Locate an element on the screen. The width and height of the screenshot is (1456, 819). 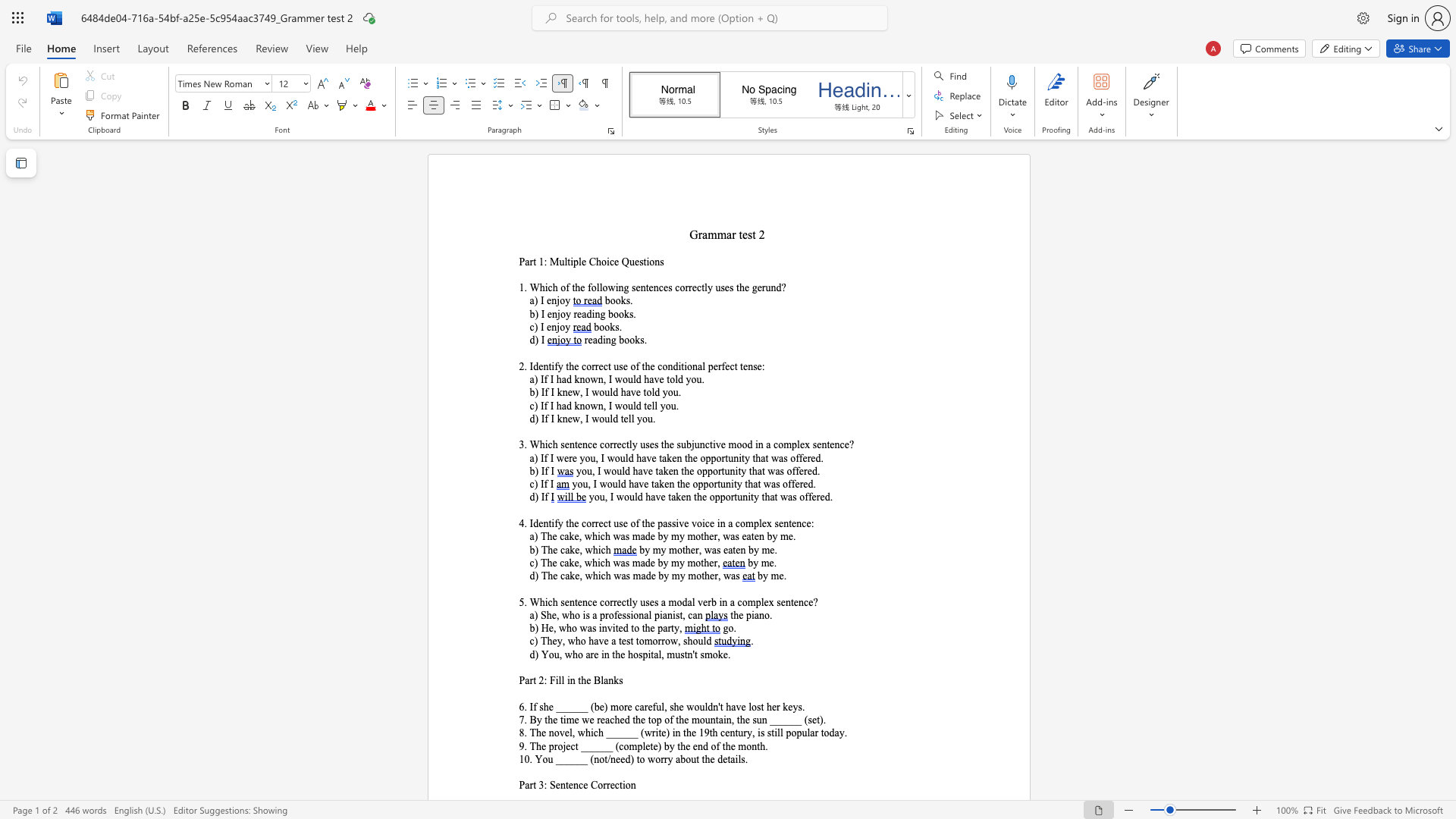
the subset text ") The cake, wh" within the text "c) The cake, which was made by my mother," is located at coordinates (534, 563).